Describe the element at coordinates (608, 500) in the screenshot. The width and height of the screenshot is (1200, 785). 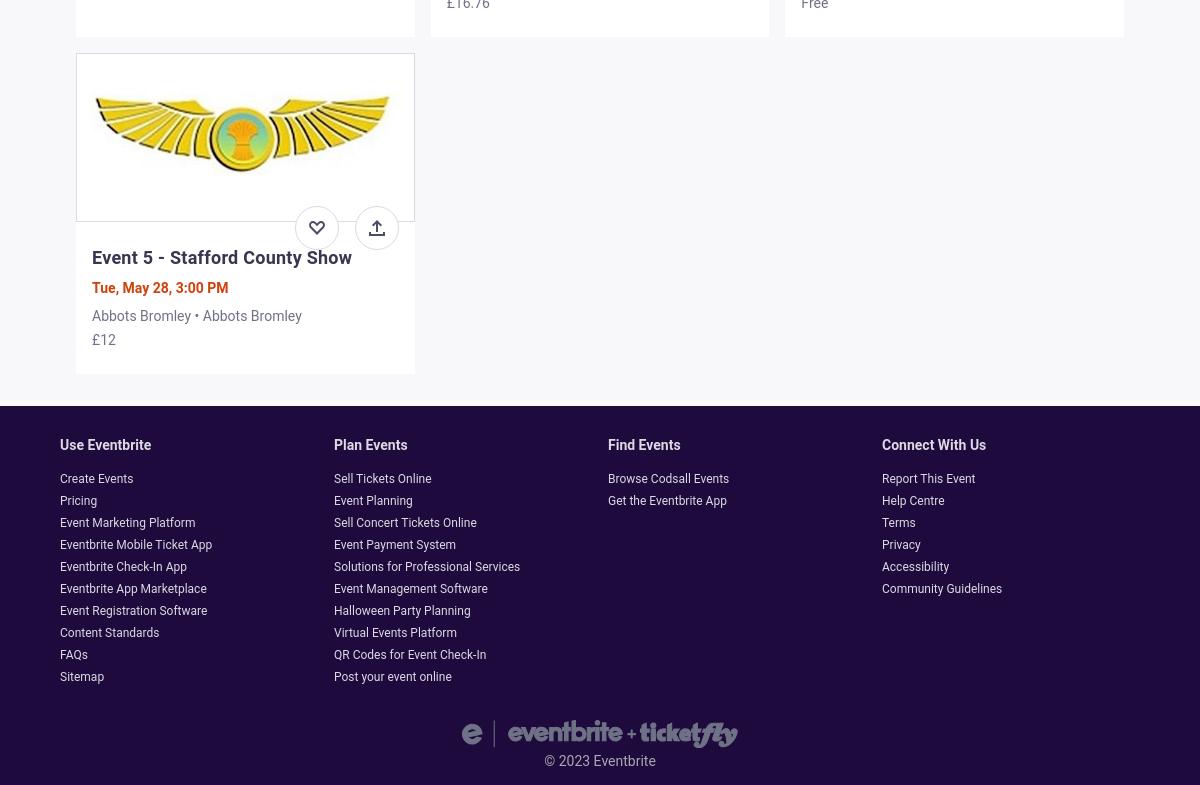
I see `'Get the Eventbrite App'` at that location.